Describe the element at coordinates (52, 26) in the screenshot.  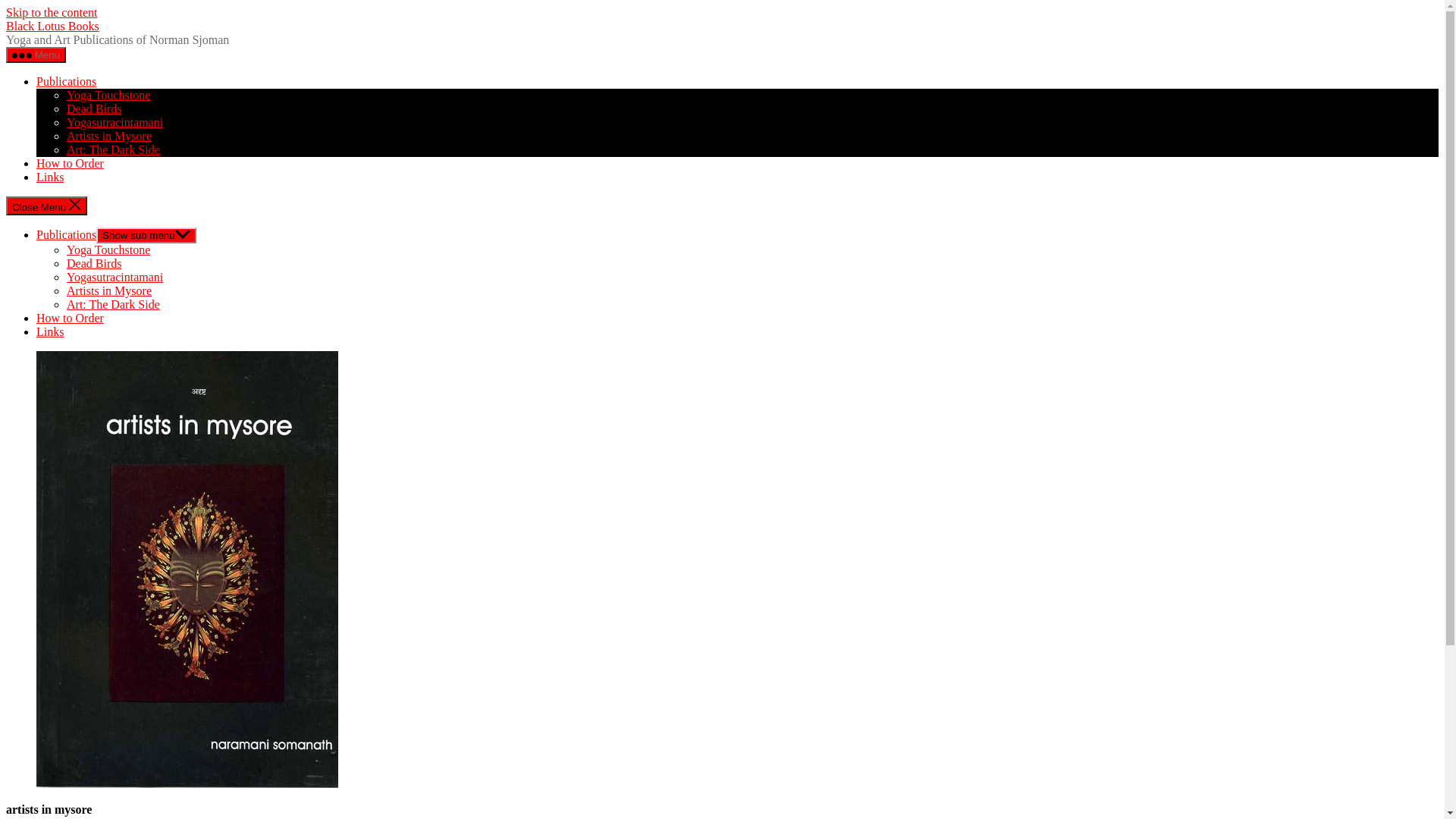
I see `'Black Lotus Books'` at that location.